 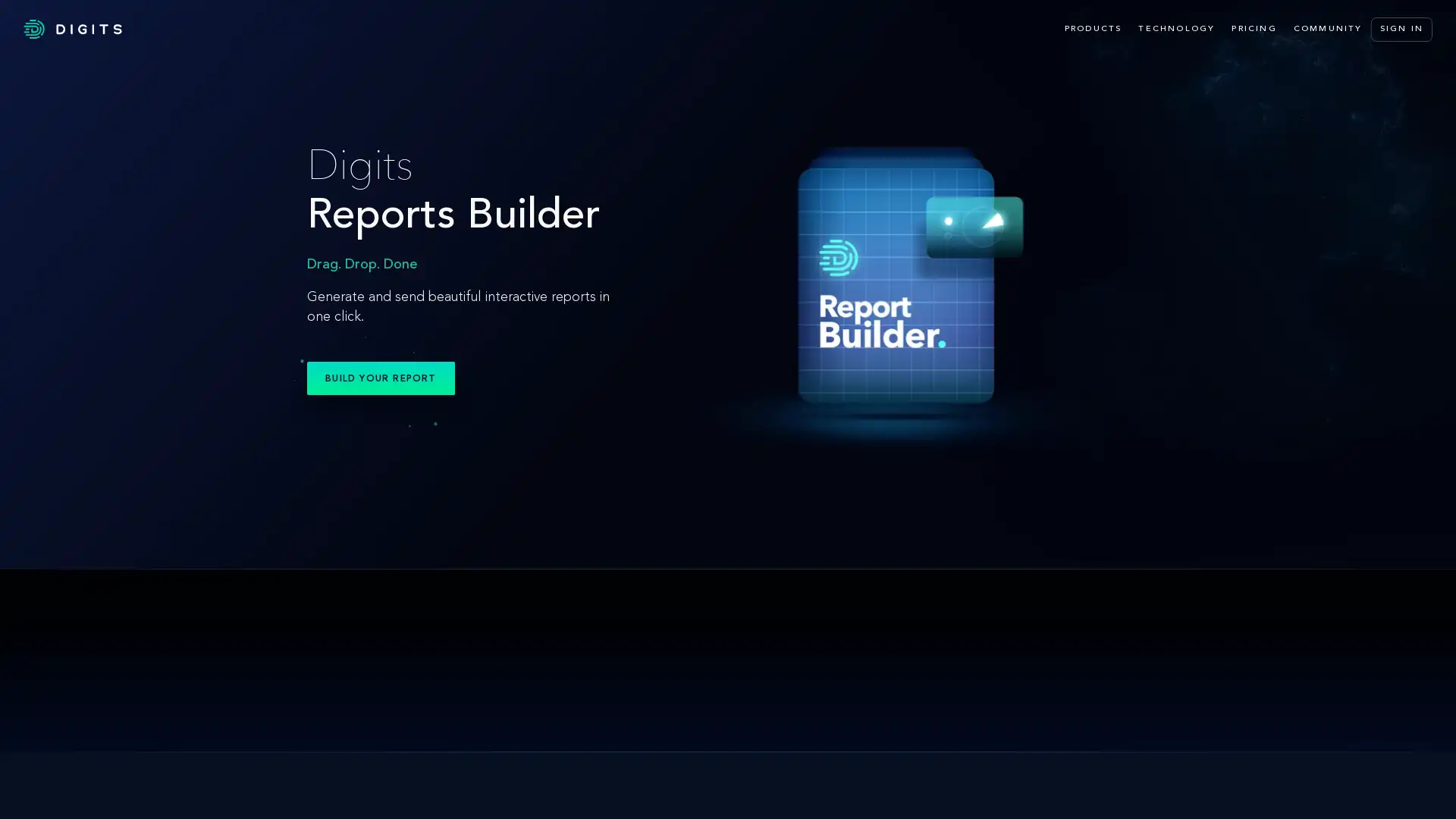 I want to click on Digits Boost, so click(x=910, y=472).